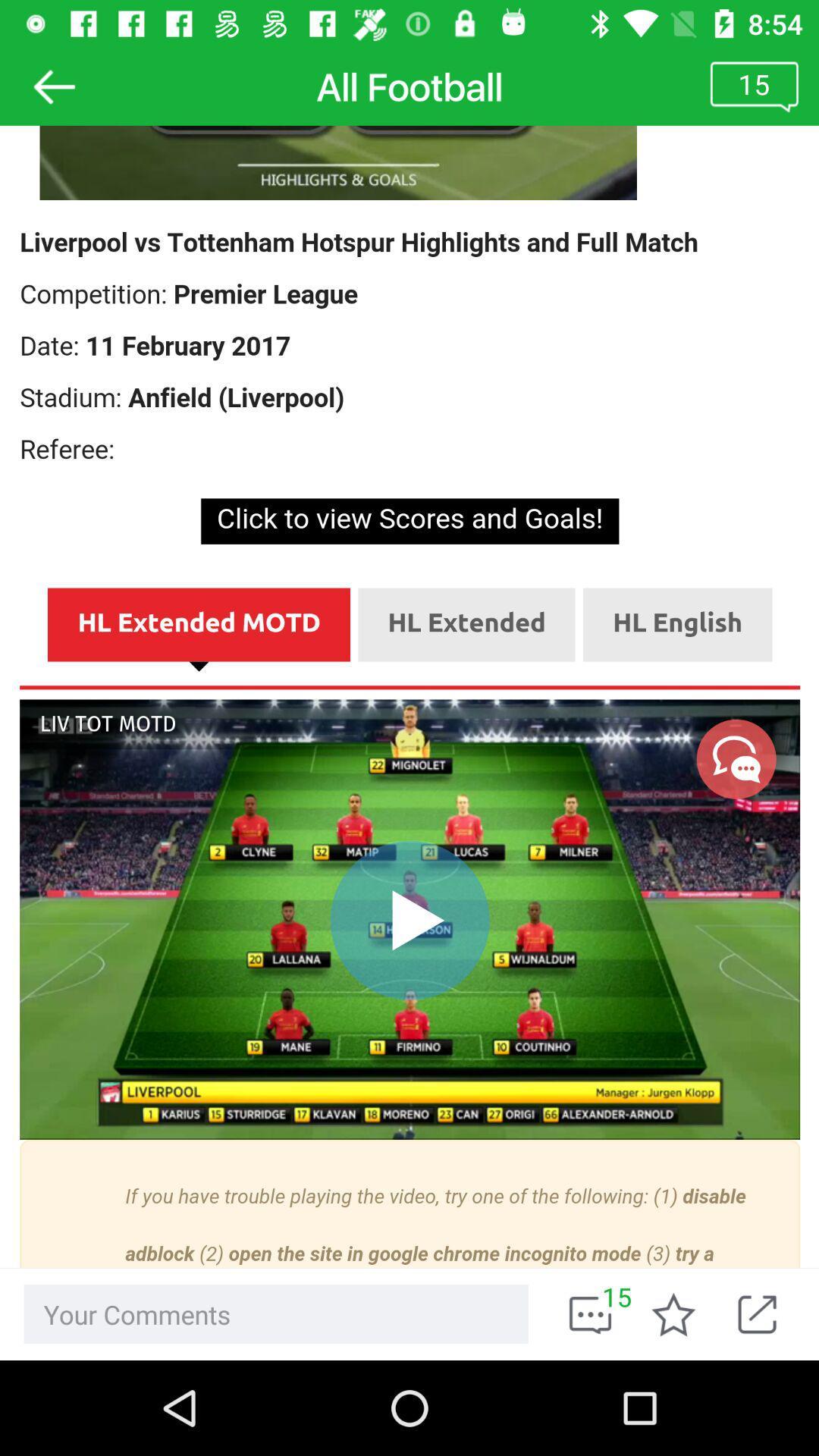 This screenshot has height=1456, width=819. I want to click on the launch icon, so click(767, 1313).